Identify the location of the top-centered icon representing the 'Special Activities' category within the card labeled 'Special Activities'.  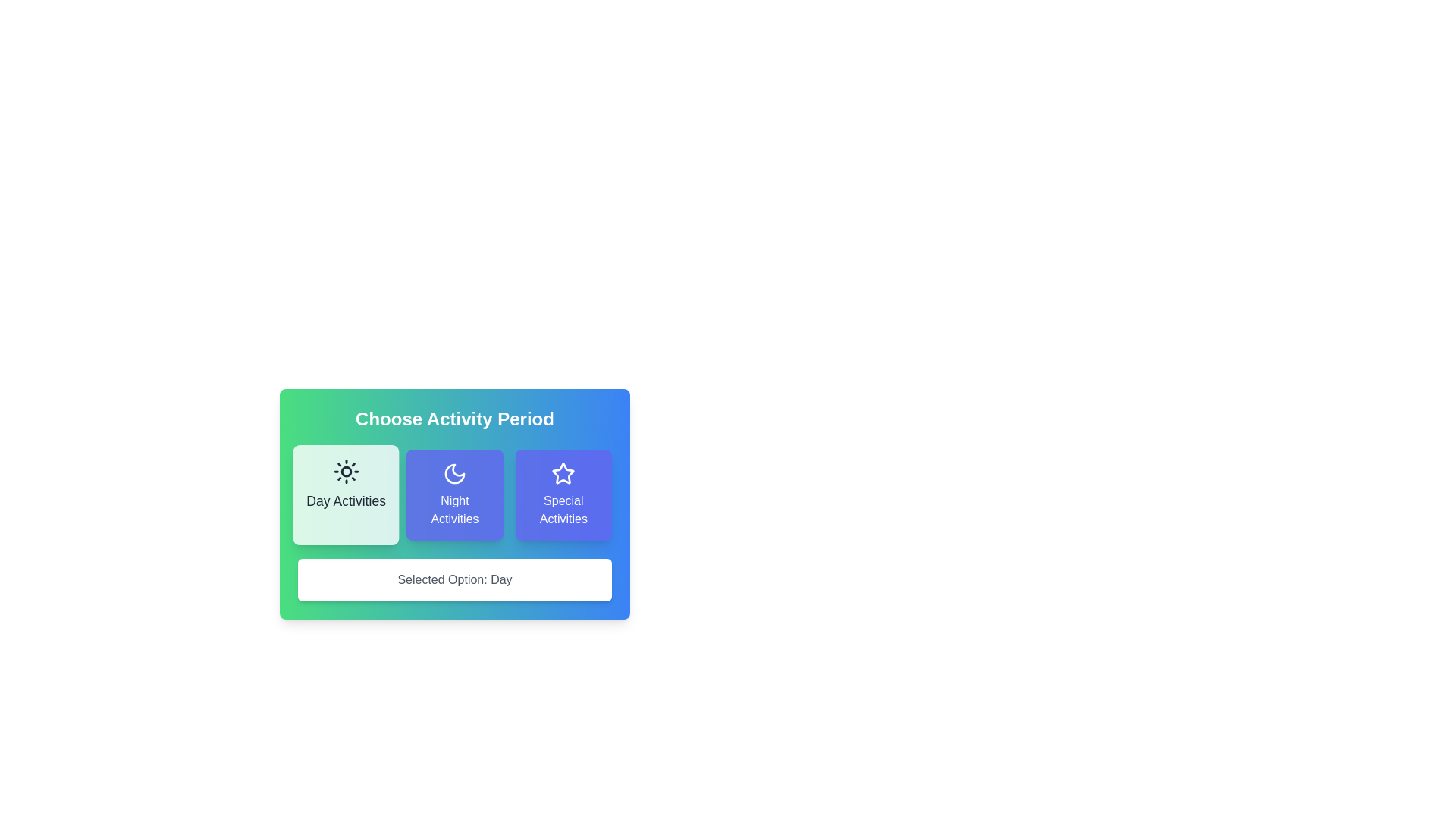
(563, 472).